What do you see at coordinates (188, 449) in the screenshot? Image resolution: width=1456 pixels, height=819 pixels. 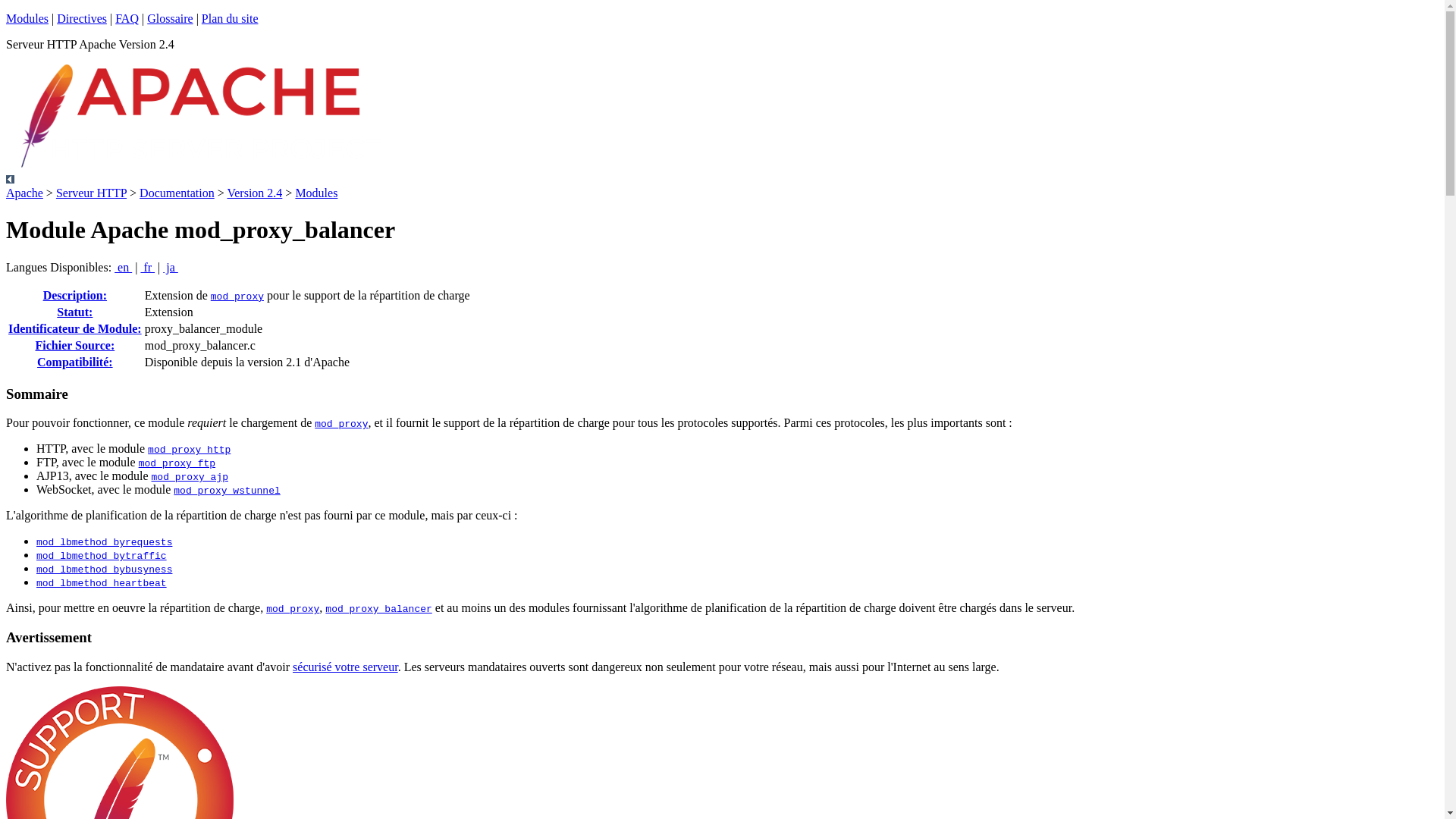 I see `'mod_proxy_http'` at bounding box center [188, 449].